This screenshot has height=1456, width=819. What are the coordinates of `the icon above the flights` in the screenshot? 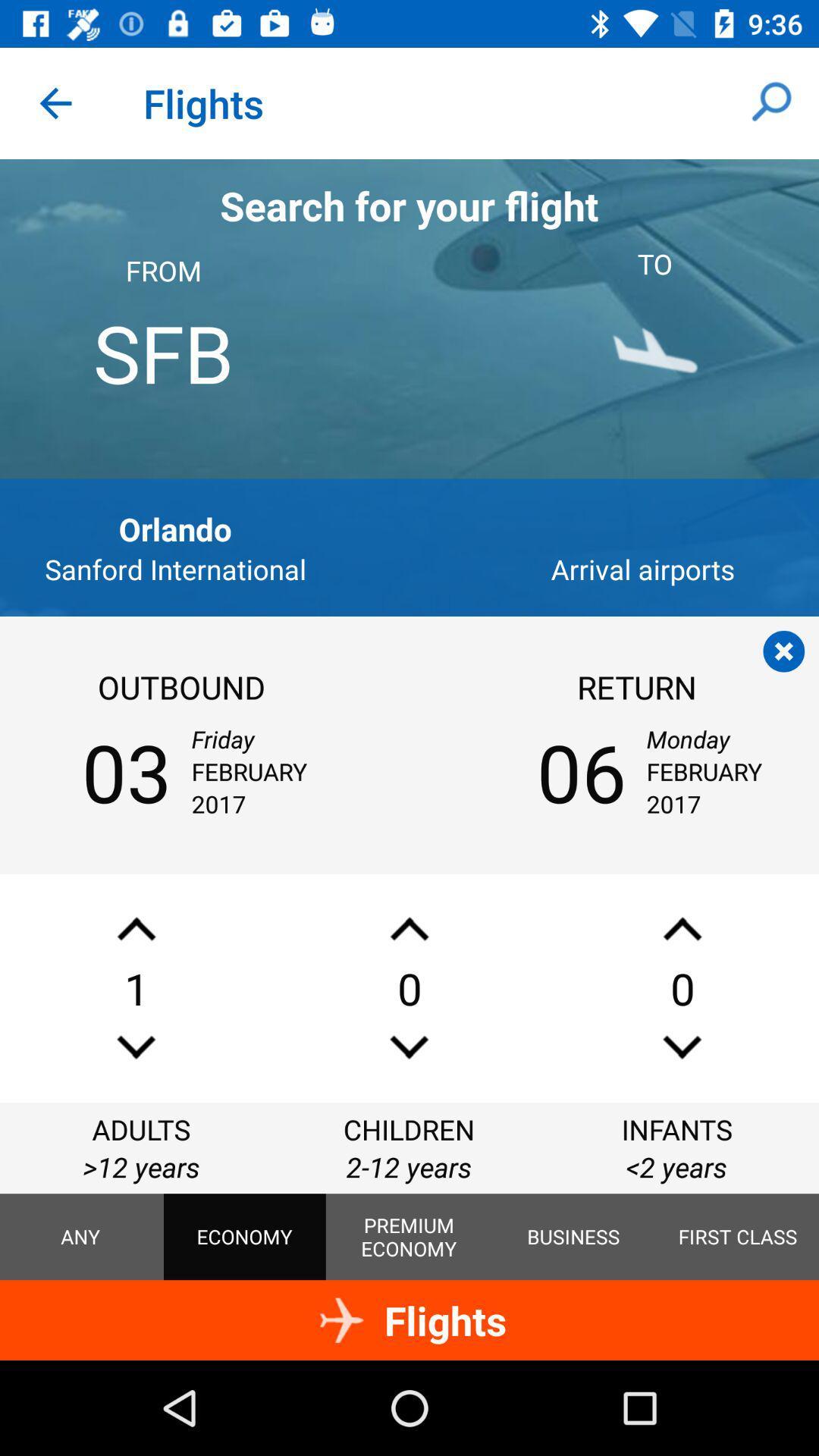 It's located at (573, 1237).